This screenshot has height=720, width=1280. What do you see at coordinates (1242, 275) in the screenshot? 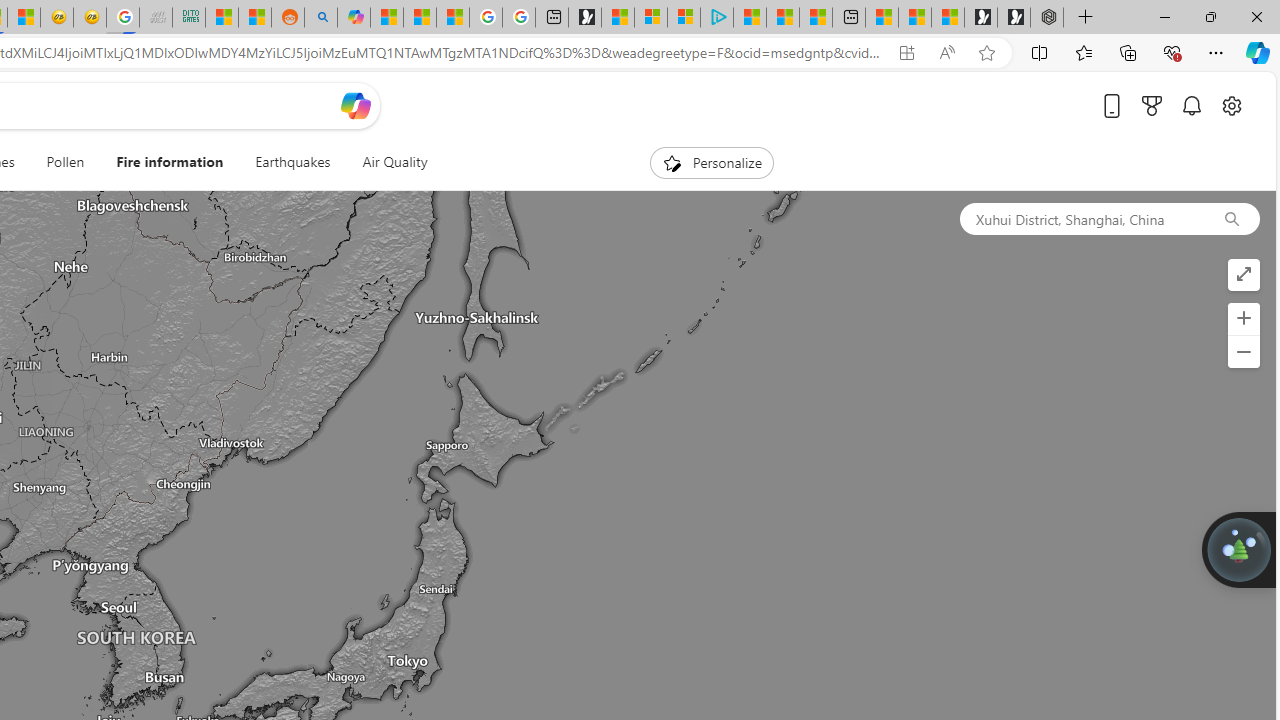
I see `'Enter full screen mode'` at bounding box center [1242, 275].